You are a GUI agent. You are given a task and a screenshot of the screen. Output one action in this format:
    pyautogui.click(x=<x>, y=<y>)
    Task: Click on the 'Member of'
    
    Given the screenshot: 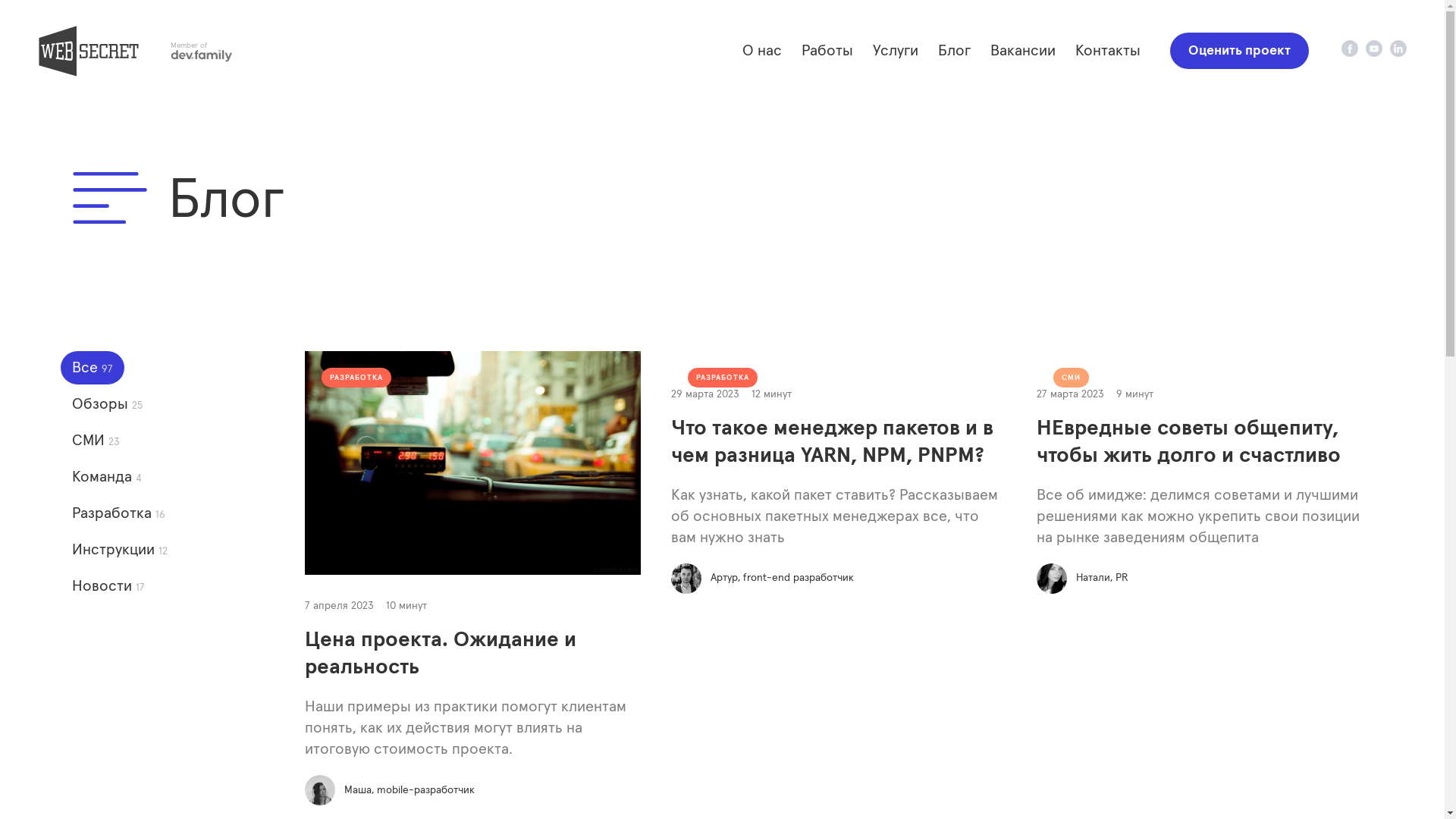 What is the action you would take?
    pyautogui.click(x=171, y=49)
    